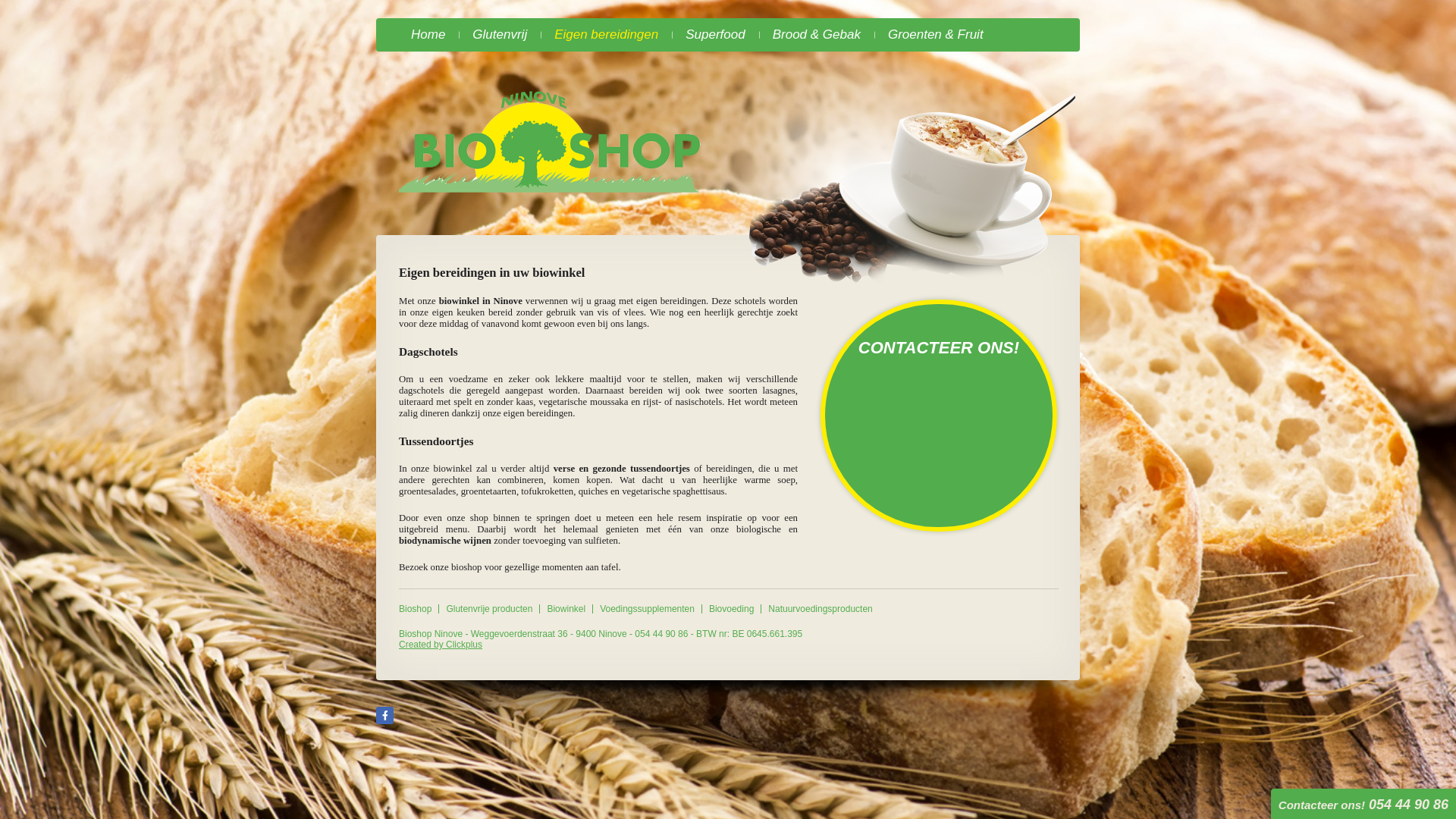 The image size is (1456, 819). Describe the element at coordinates (819, 607) in the screenshot. I see `'Natuurvoedingsproducten'` at that location.